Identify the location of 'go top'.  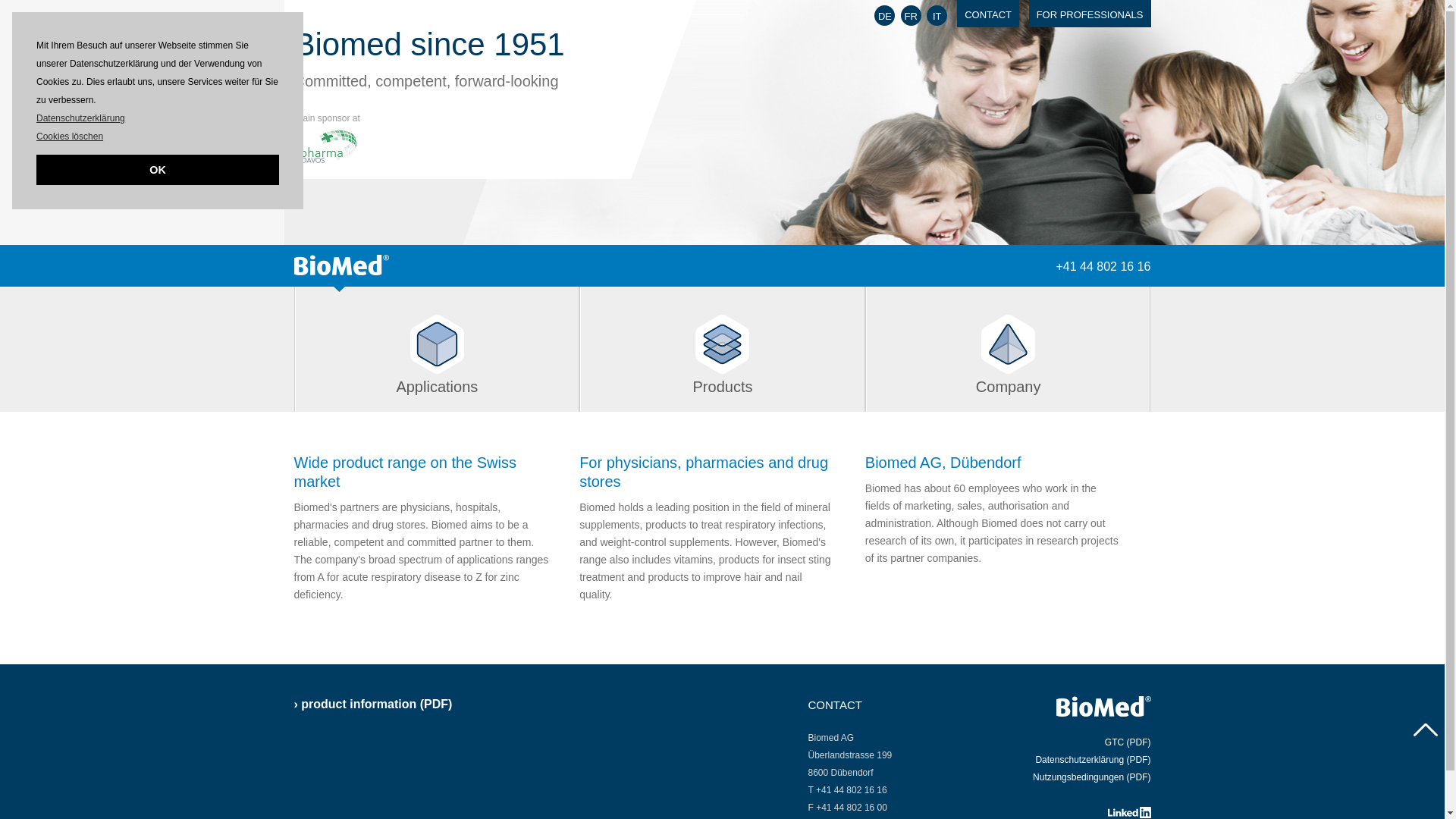
(1425, 730).